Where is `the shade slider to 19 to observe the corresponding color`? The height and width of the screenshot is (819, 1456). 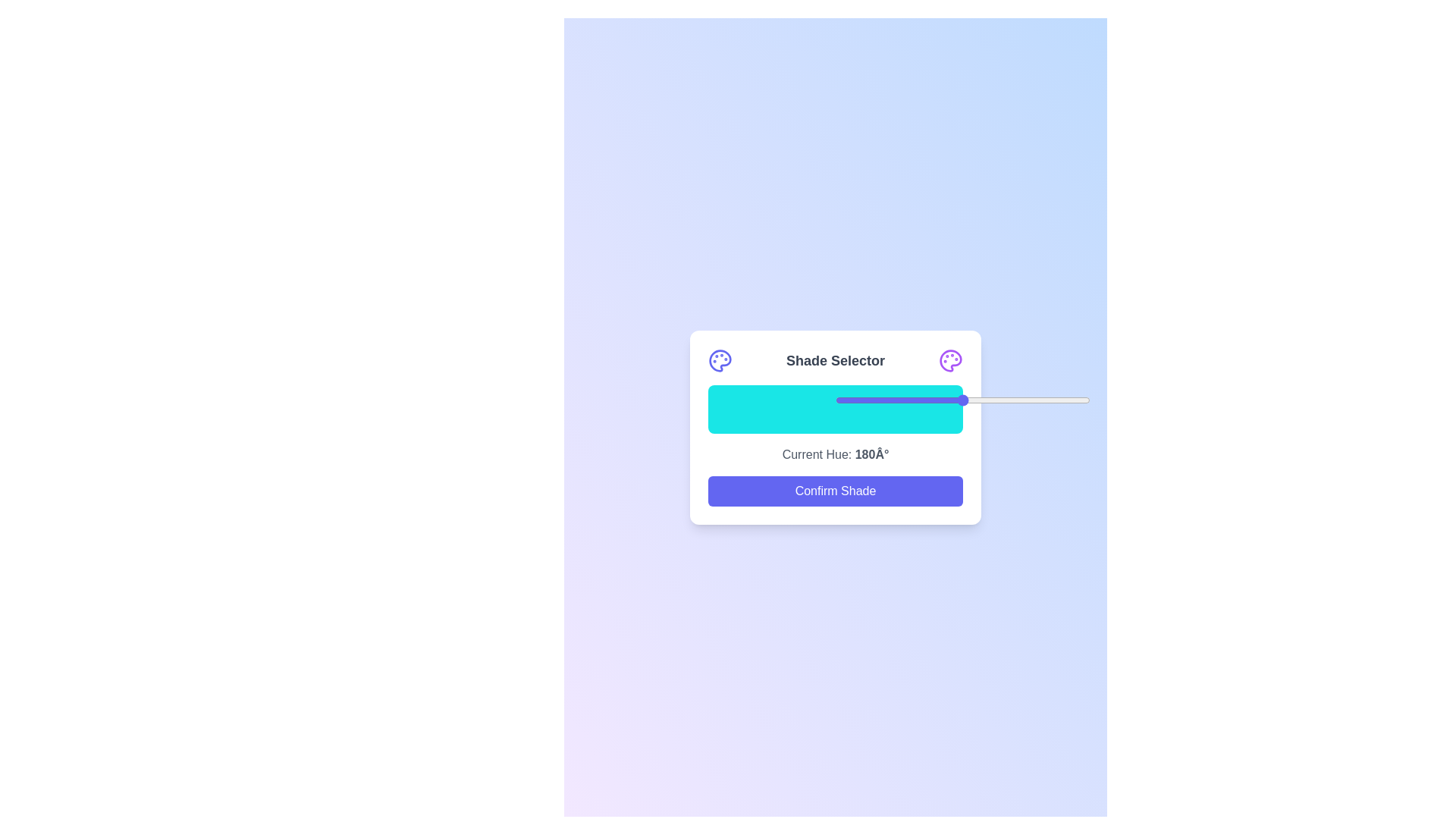
the shade slider to 19 to observe the corresponding color is located at coordinates (756, 409).